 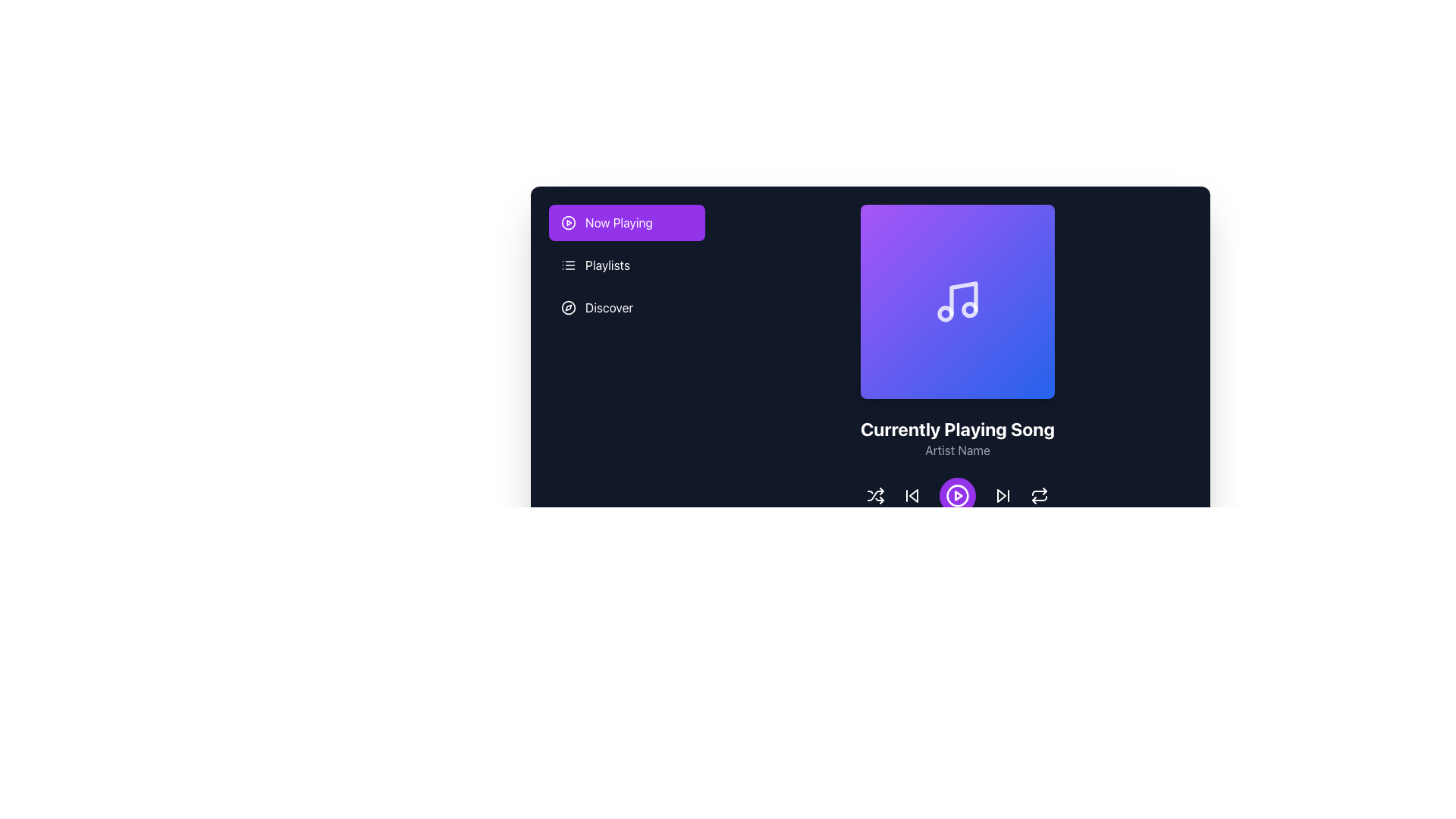 I want to click on text displayed in the bold, large-size text label that says 'Currently Playing Song', which is centered above the 'Artist Name' text in the content area, so click(x=956, y=429).